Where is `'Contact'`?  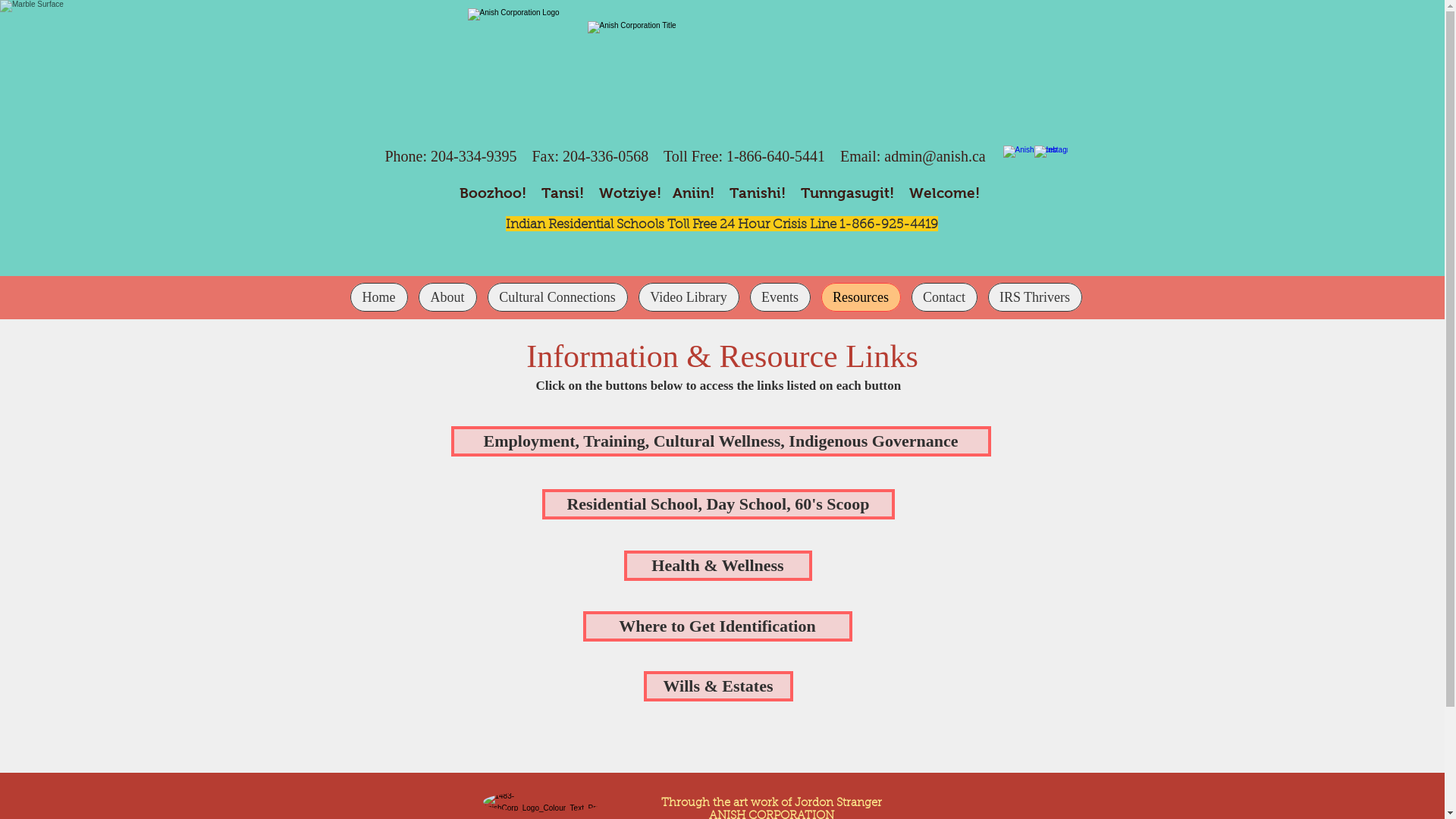
'Contact' is located at coordinates (943, 297).